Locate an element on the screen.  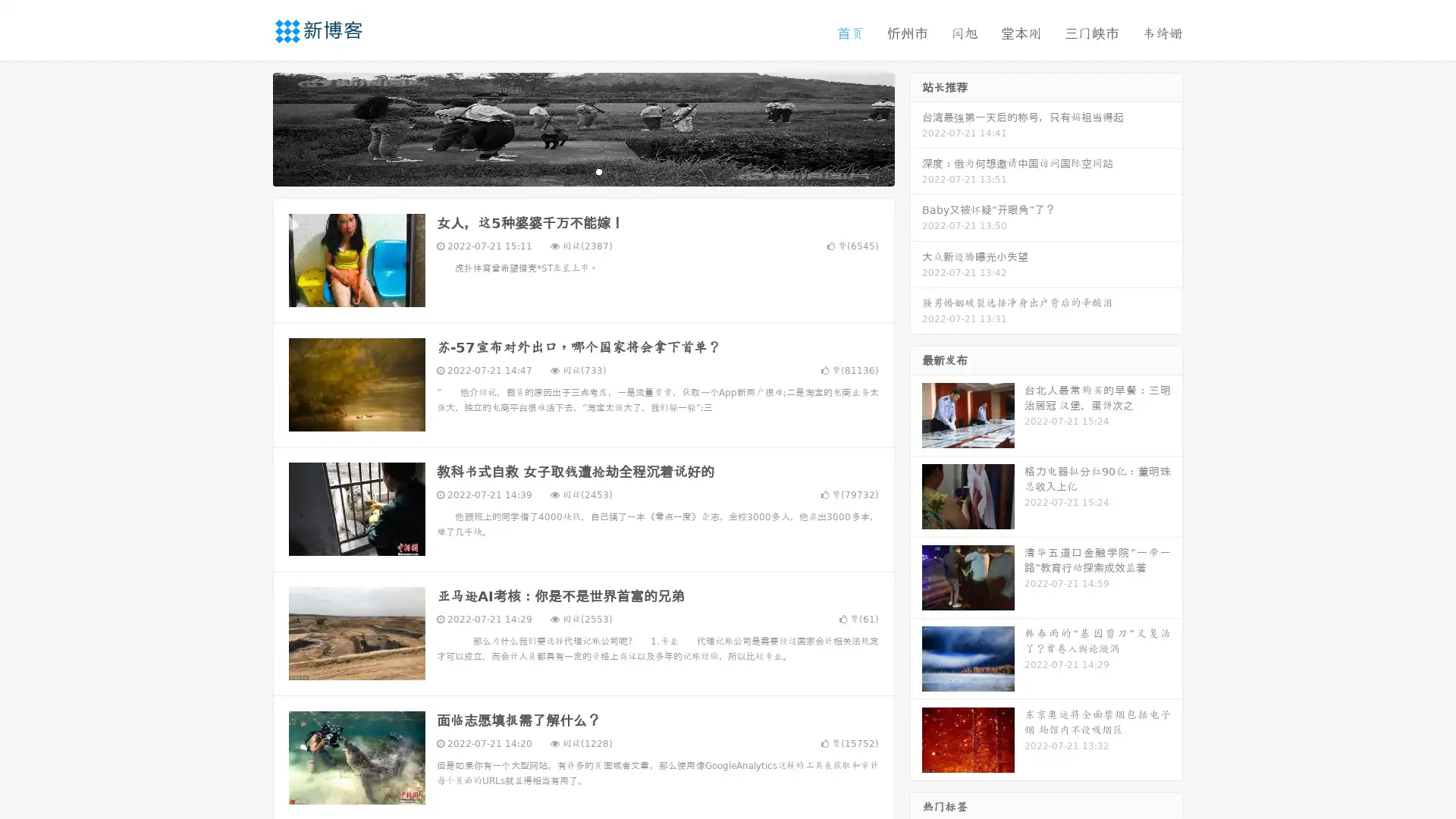
Previous slide is located at coordinates (250, 127).